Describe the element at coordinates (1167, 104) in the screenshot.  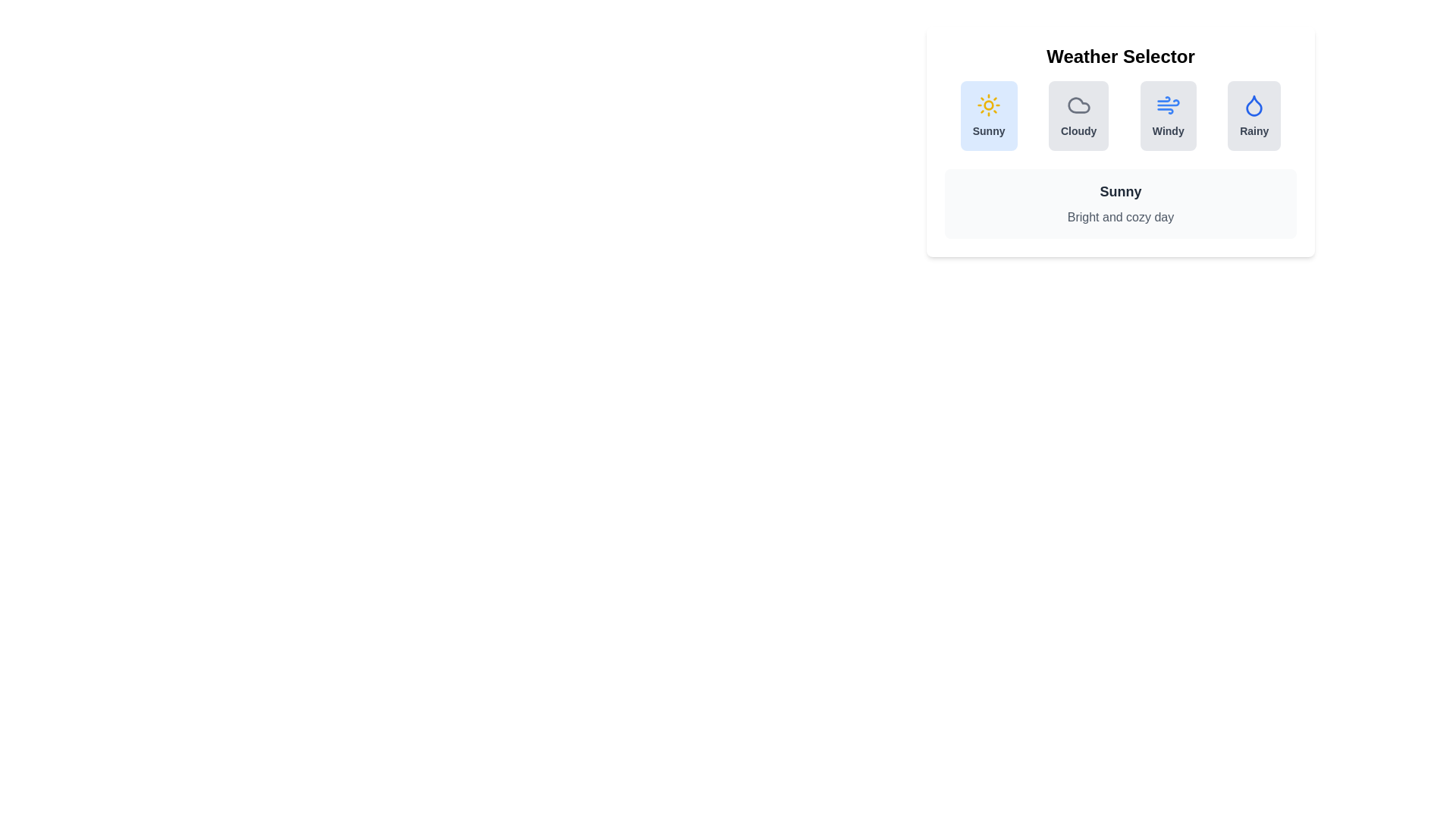
I see `the windy weather icon in the Weather Selector interface` at that location.